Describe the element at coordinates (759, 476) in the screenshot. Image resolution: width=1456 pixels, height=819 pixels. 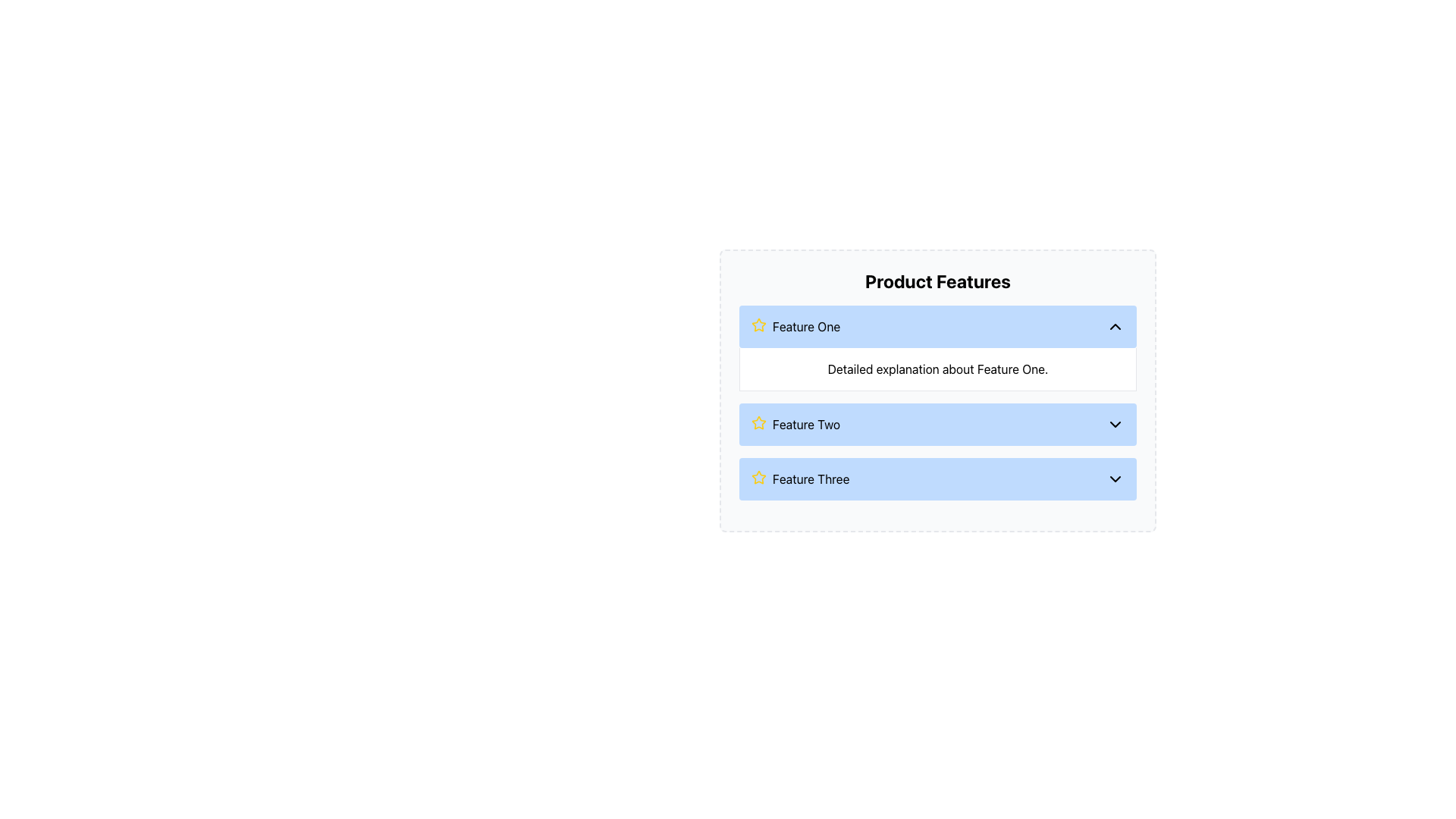
I see `the decorative icon indicating 'Feature Three' in the third section of the 'Product Features' list` at that location.